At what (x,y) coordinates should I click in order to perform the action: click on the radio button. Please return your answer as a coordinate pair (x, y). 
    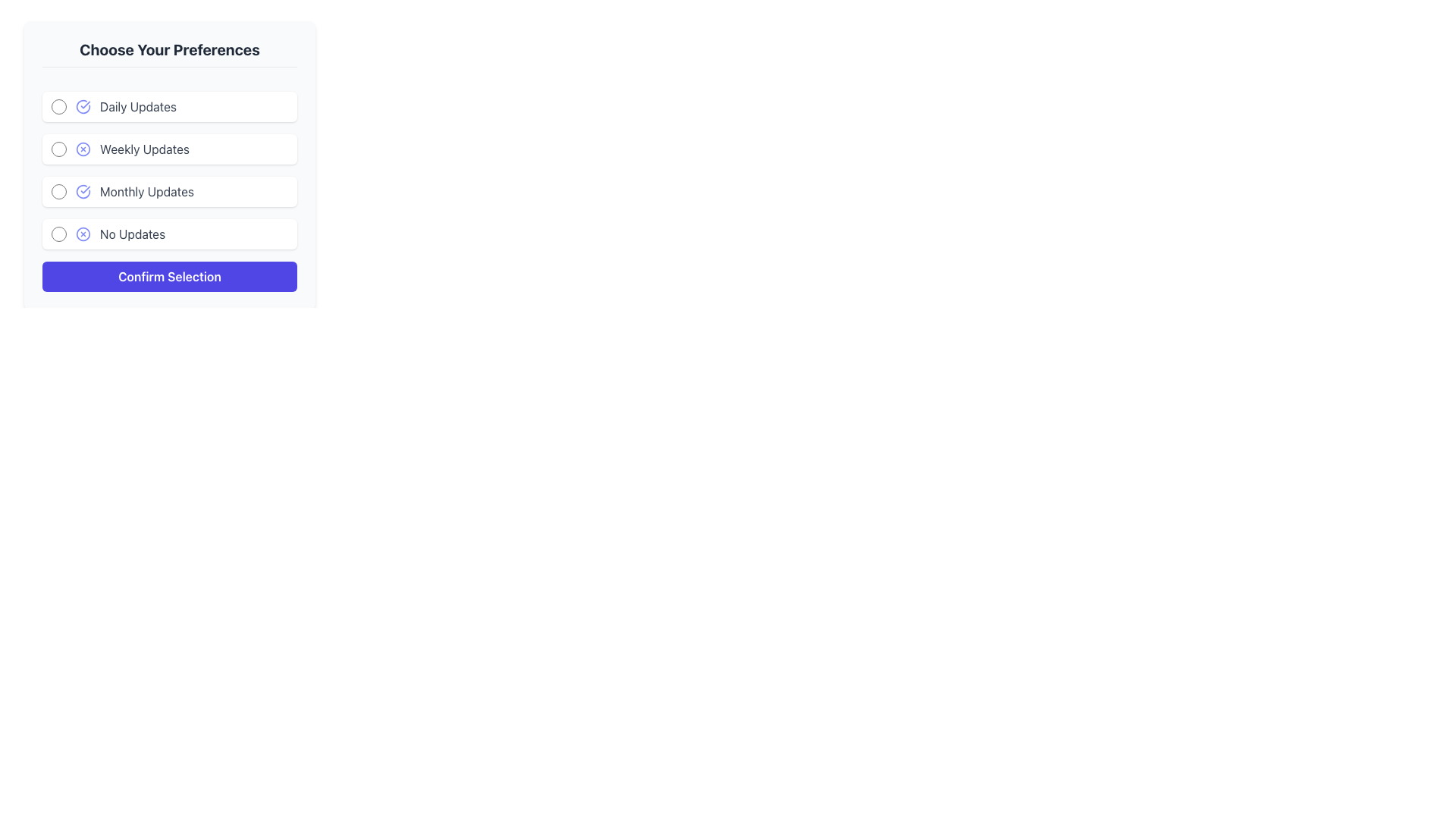
    Looking at the image, I should click on (58, 106).